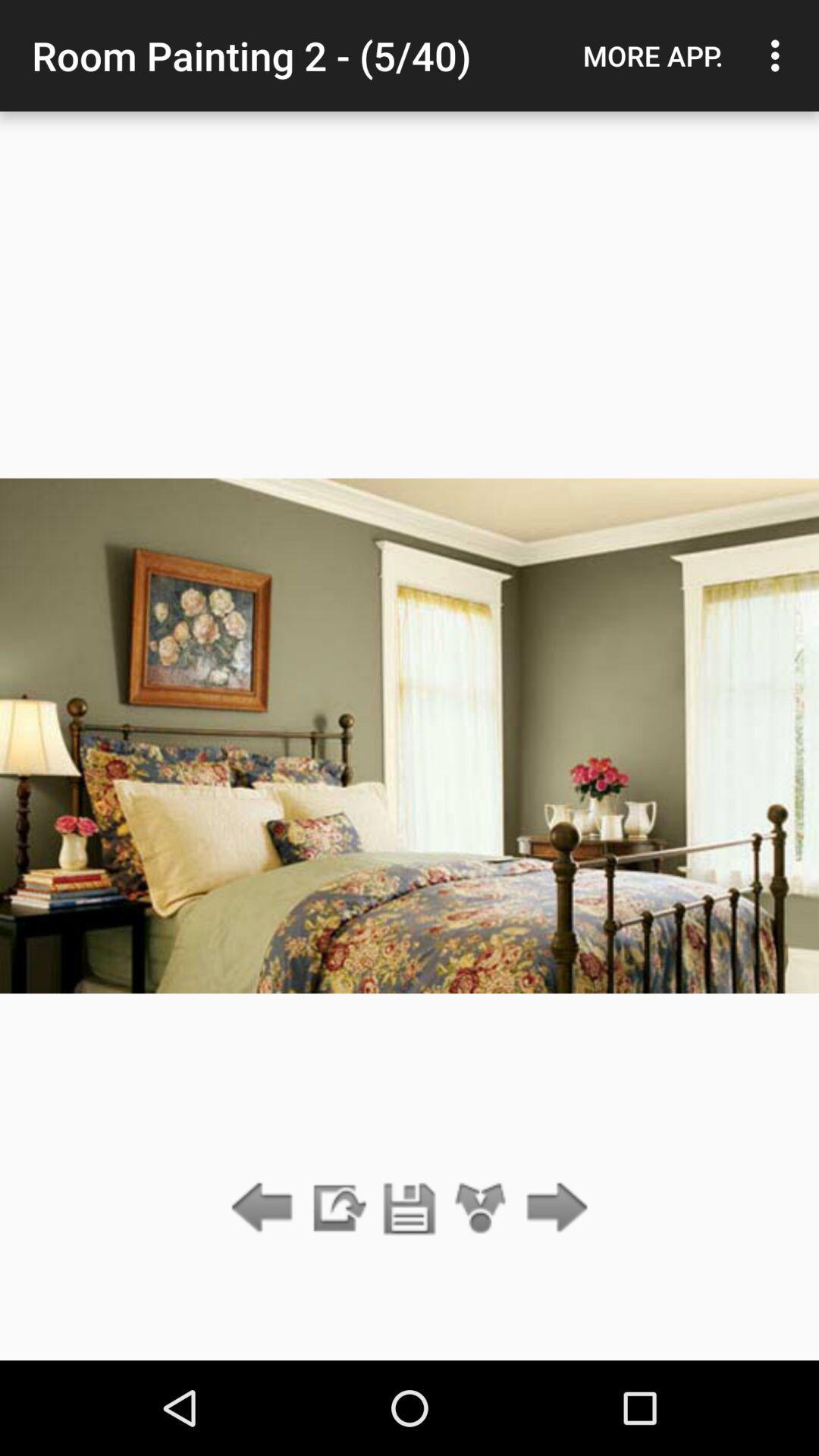  I want to click on the arrow_forward icon, so click(553, 1208).